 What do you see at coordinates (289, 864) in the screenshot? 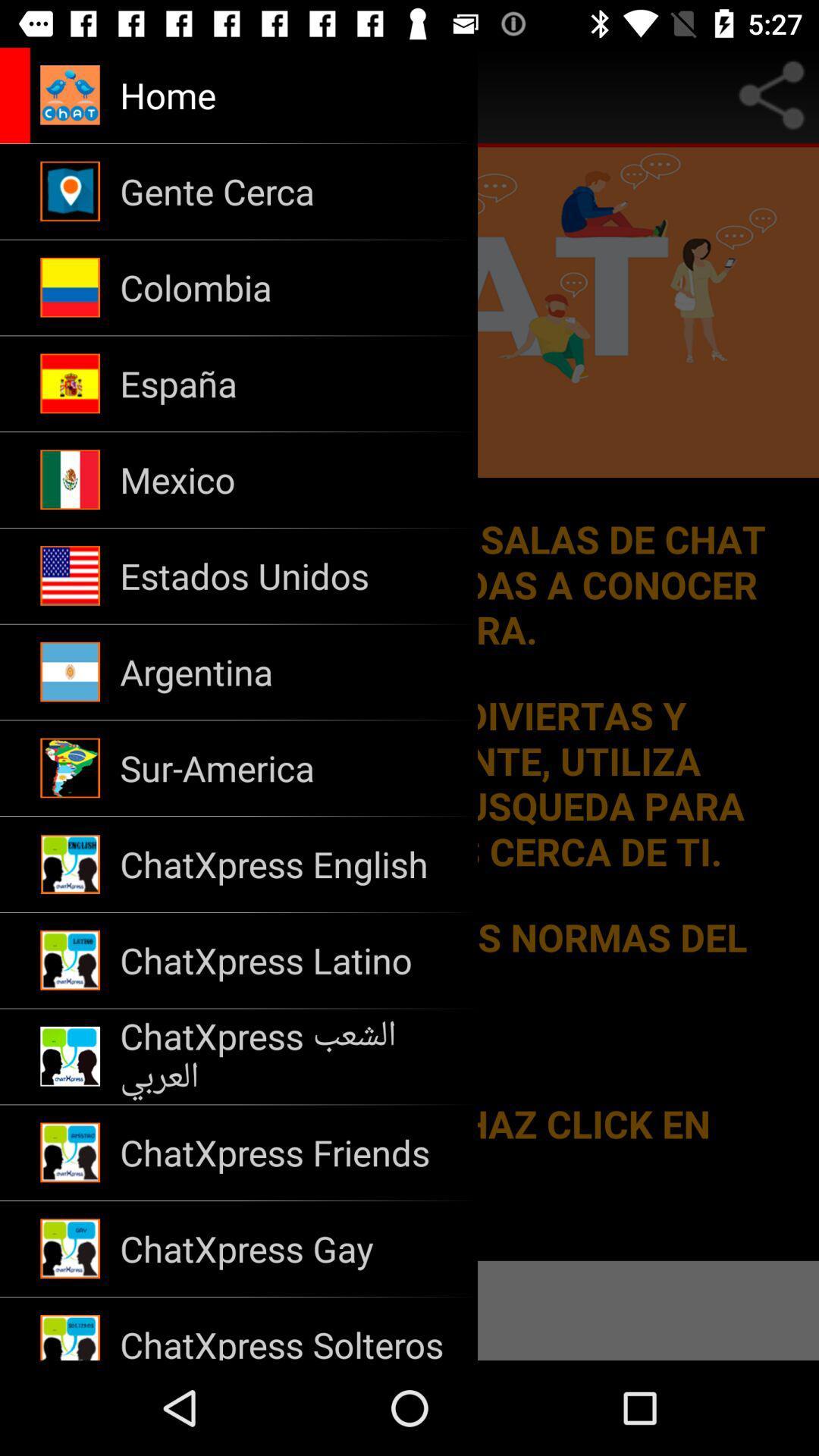
I see `icon below the sur-america app` at bounding box center [289, 864].